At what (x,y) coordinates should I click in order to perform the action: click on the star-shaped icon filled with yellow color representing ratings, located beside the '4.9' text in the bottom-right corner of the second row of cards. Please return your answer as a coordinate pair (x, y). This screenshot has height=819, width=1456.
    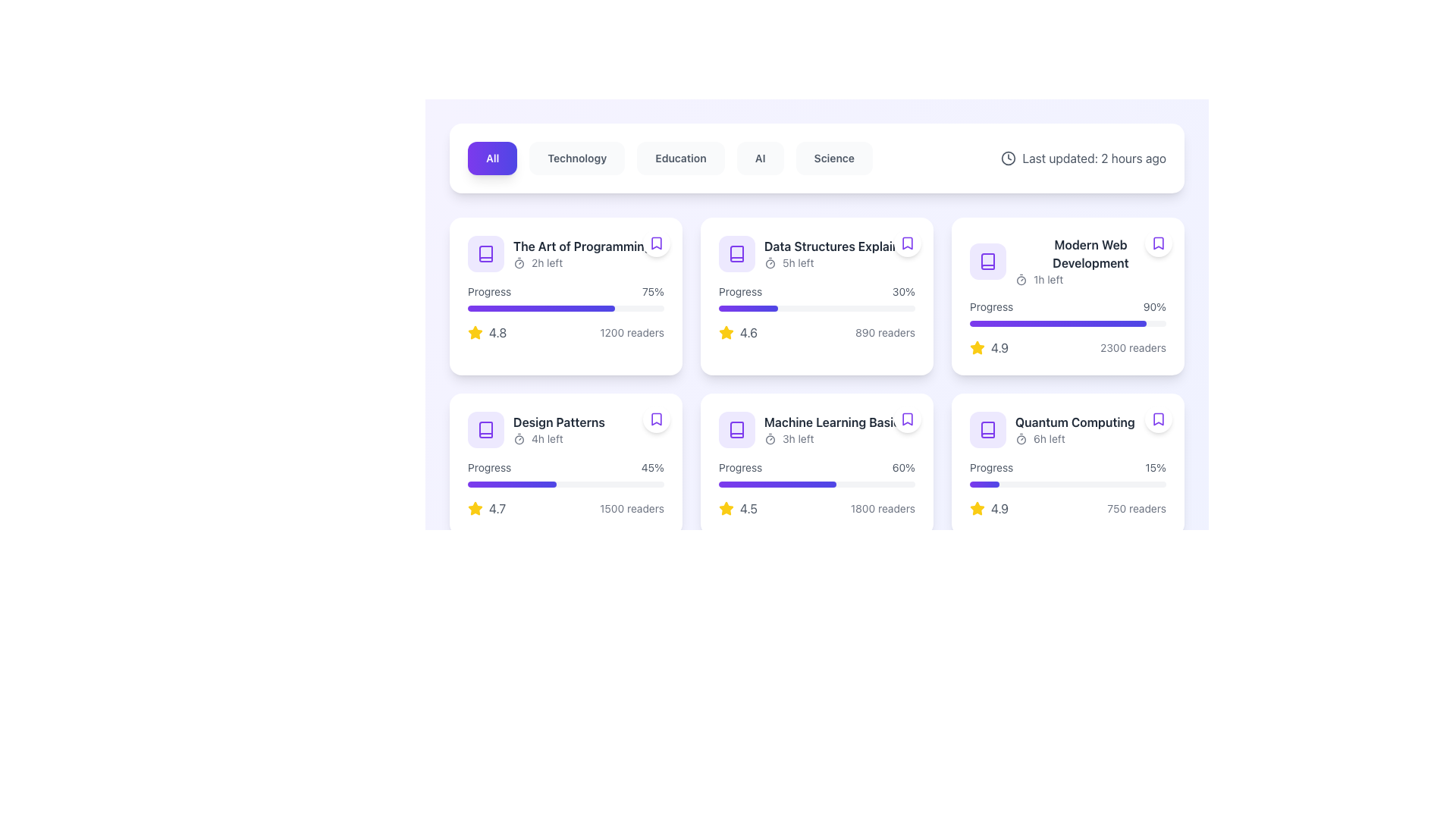
    Looking at the image, I should click on (977, 509).